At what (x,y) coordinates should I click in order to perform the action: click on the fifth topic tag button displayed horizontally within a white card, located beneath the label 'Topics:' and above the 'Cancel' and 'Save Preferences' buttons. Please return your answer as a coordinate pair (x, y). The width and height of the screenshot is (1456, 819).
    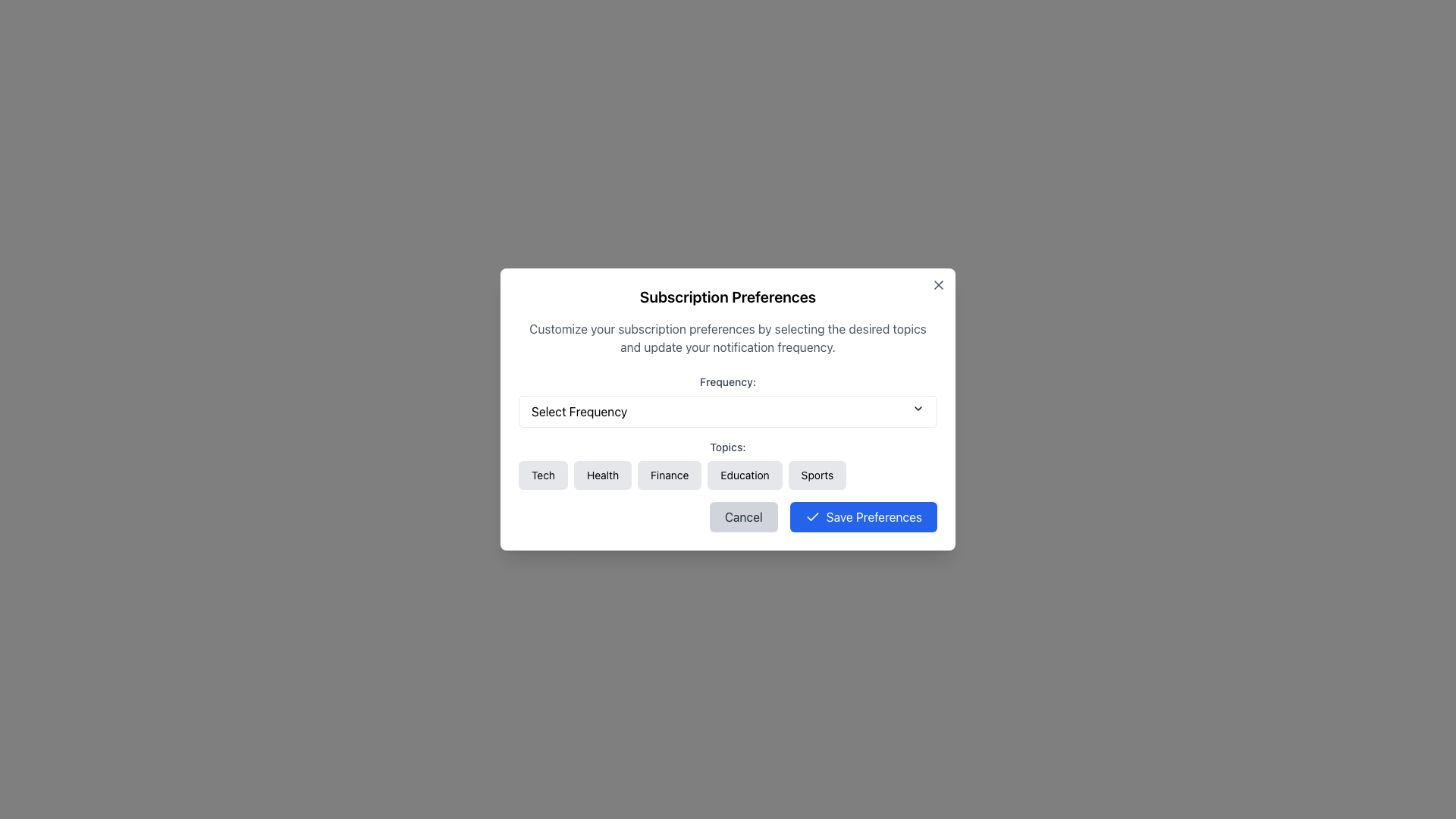
    Looking at the image, I should click on (728, 464).